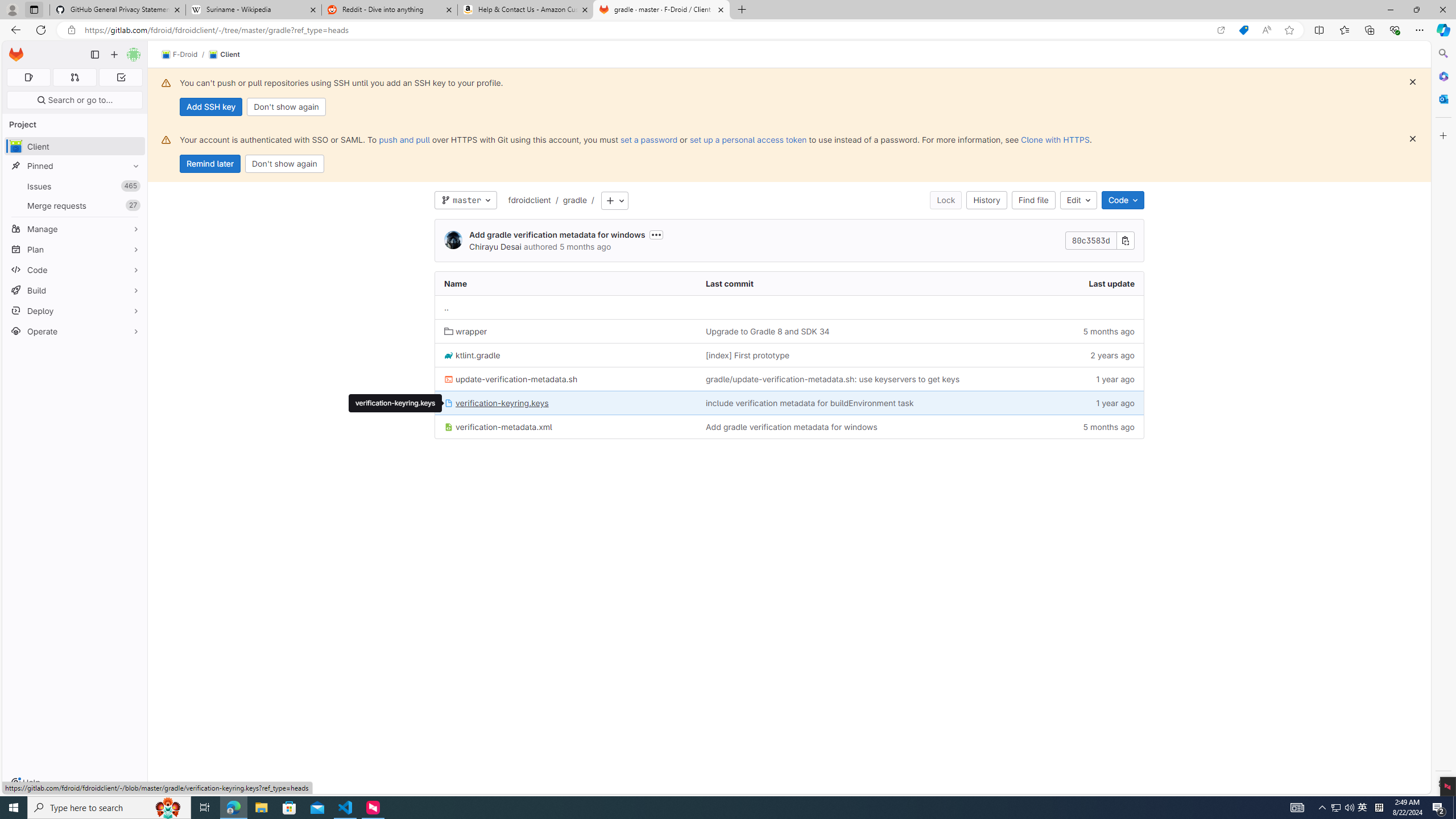  Describe the element at coordinates (224, 54) in the screenshot. I see `'Client'` at that location.